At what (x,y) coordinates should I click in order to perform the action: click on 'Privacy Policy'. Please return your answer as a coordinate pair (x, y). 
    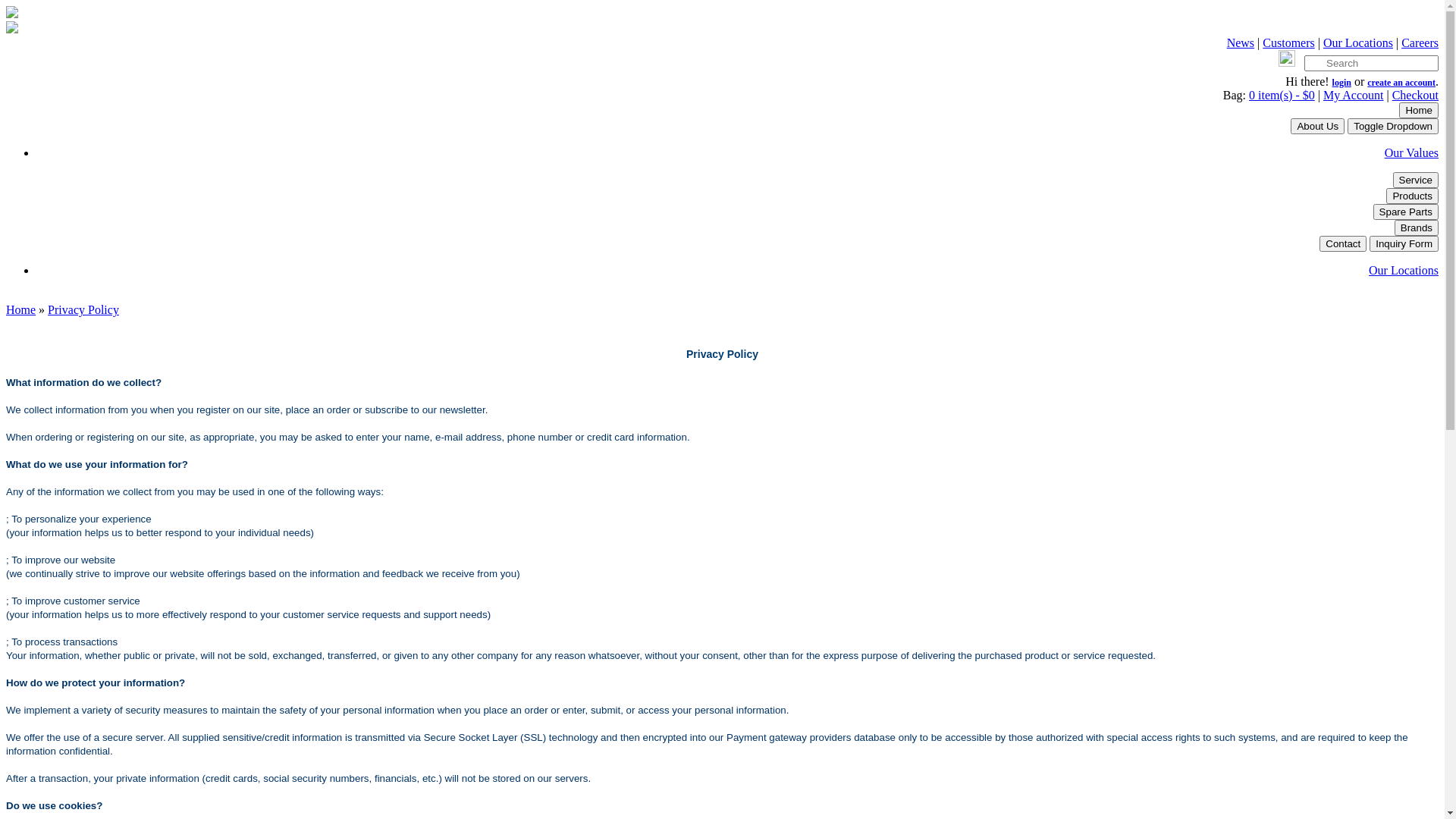
    Looking at the image, I should click on (83, 309).